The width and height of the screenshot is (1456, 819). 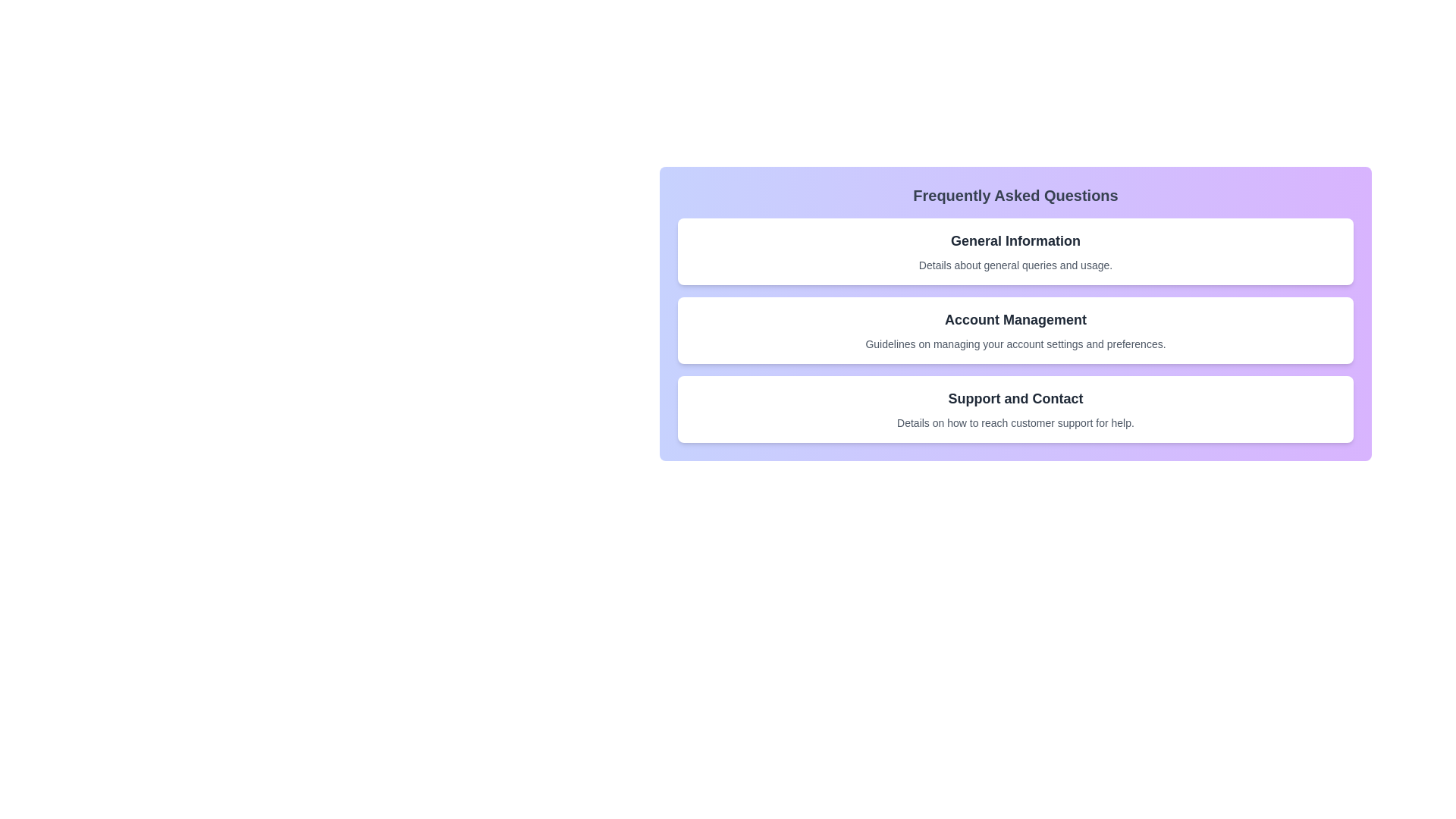 I want to click on the 'Account Management' informative card, which is the second card in a vertical stack, featuring bold black text and a white background, so click(x=1015, y=329).